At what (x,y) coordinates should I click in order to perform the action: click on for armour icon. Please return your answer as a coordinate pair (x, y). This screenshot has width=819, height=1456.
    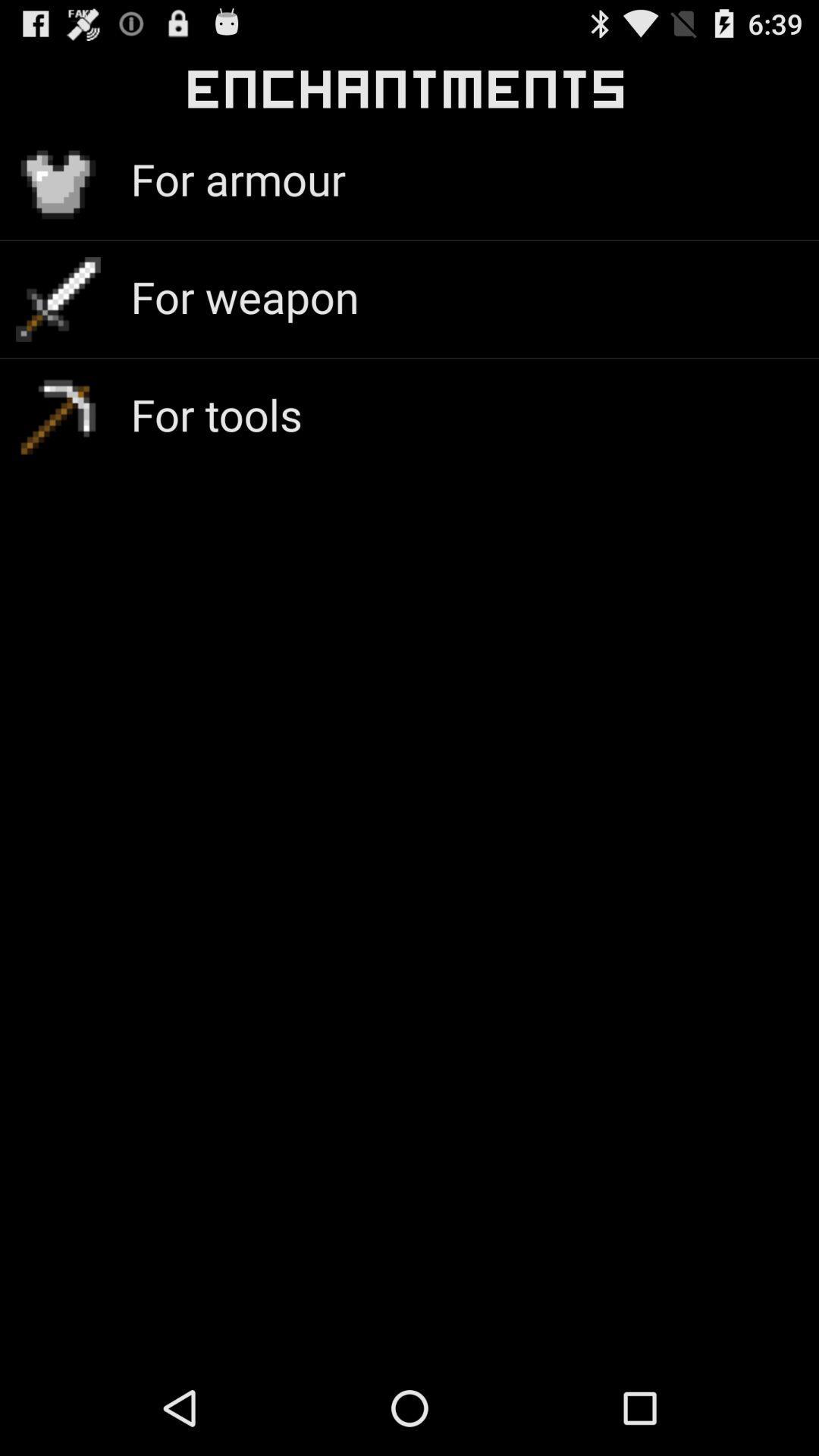
    Looking at the image, I should click on (238, 178).